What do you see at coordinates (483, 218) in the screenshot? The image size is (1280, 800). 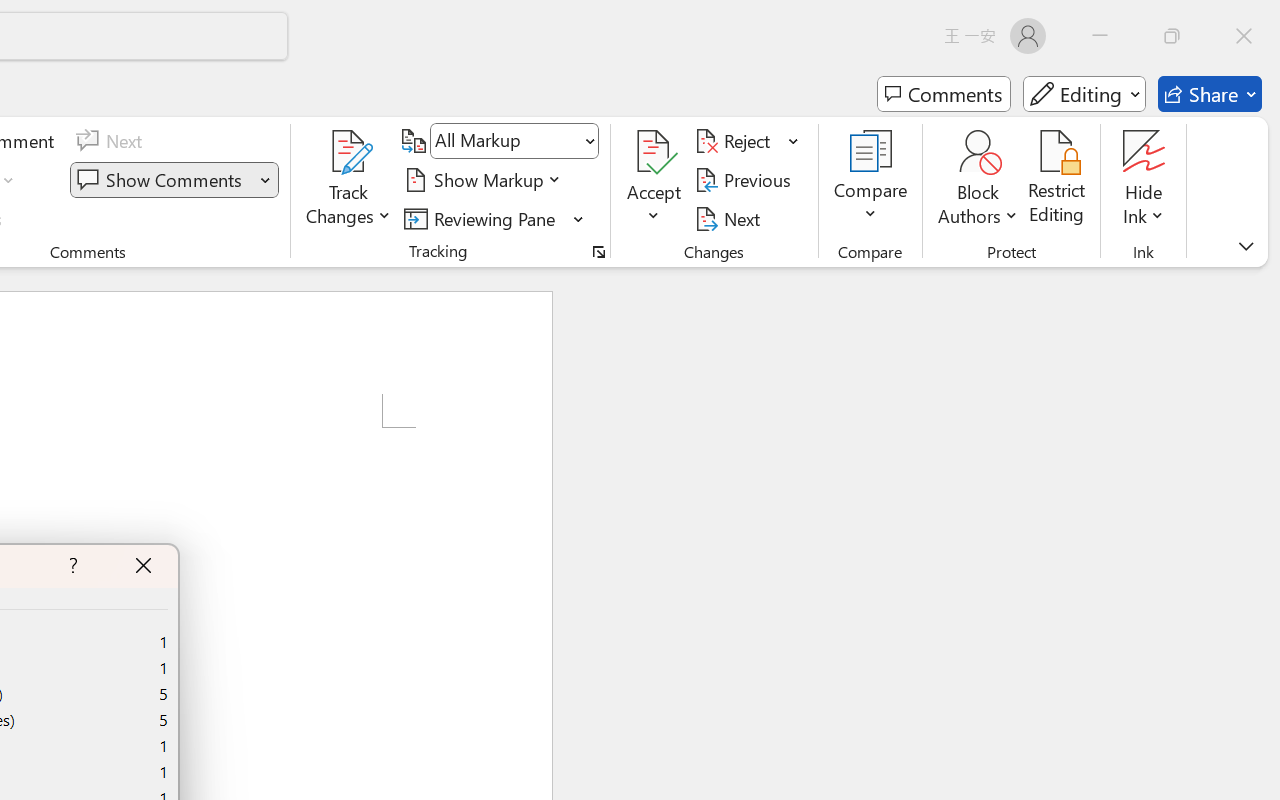 I see `'Reviewing Pane'` at bounding box center [483, 218].